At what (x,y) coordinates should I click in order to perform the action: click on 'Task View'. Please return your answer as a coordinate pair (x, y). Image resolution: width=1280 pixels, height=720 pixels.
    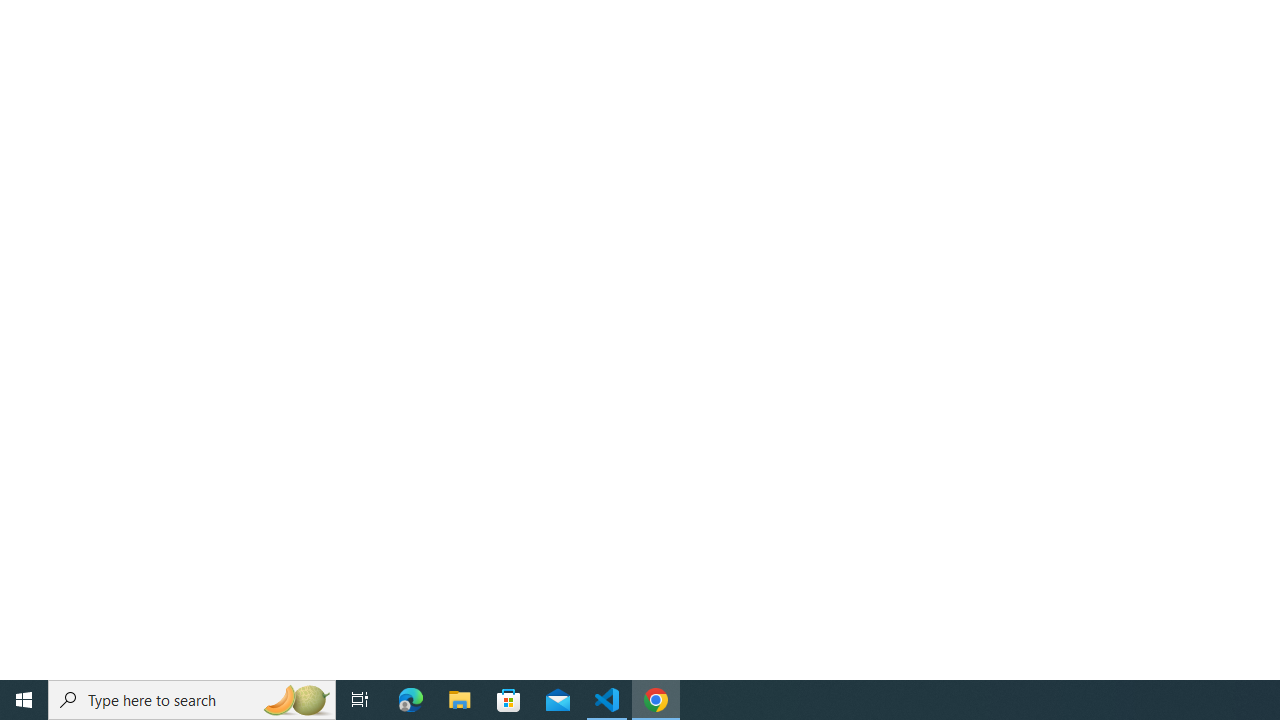
    Looking at the image, I should click on (359, 698).